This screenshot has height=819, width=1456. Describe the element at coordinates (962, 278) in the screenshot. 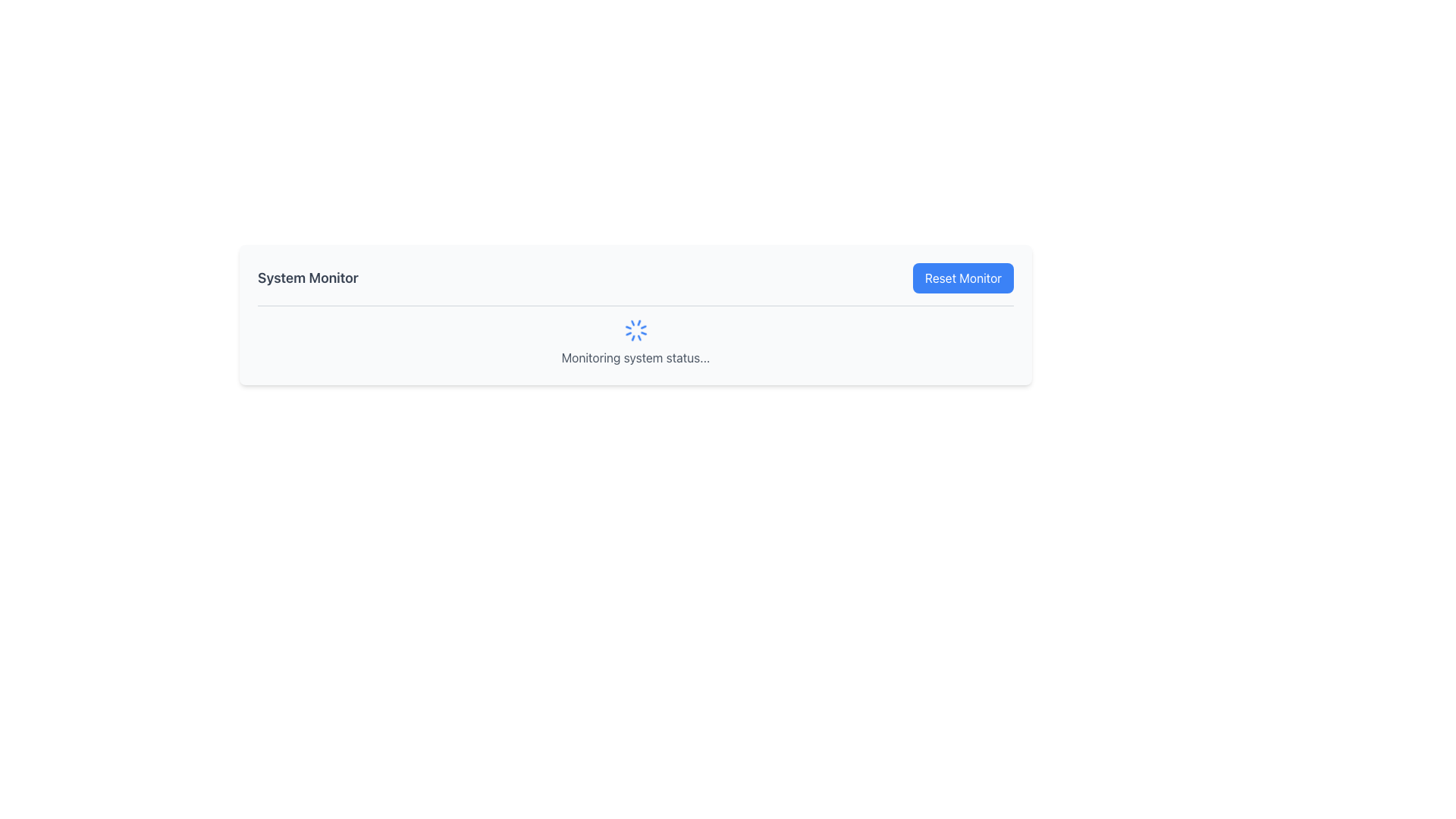

I see `the reset button located on the right side of the 'System Monitor' section` at that location.